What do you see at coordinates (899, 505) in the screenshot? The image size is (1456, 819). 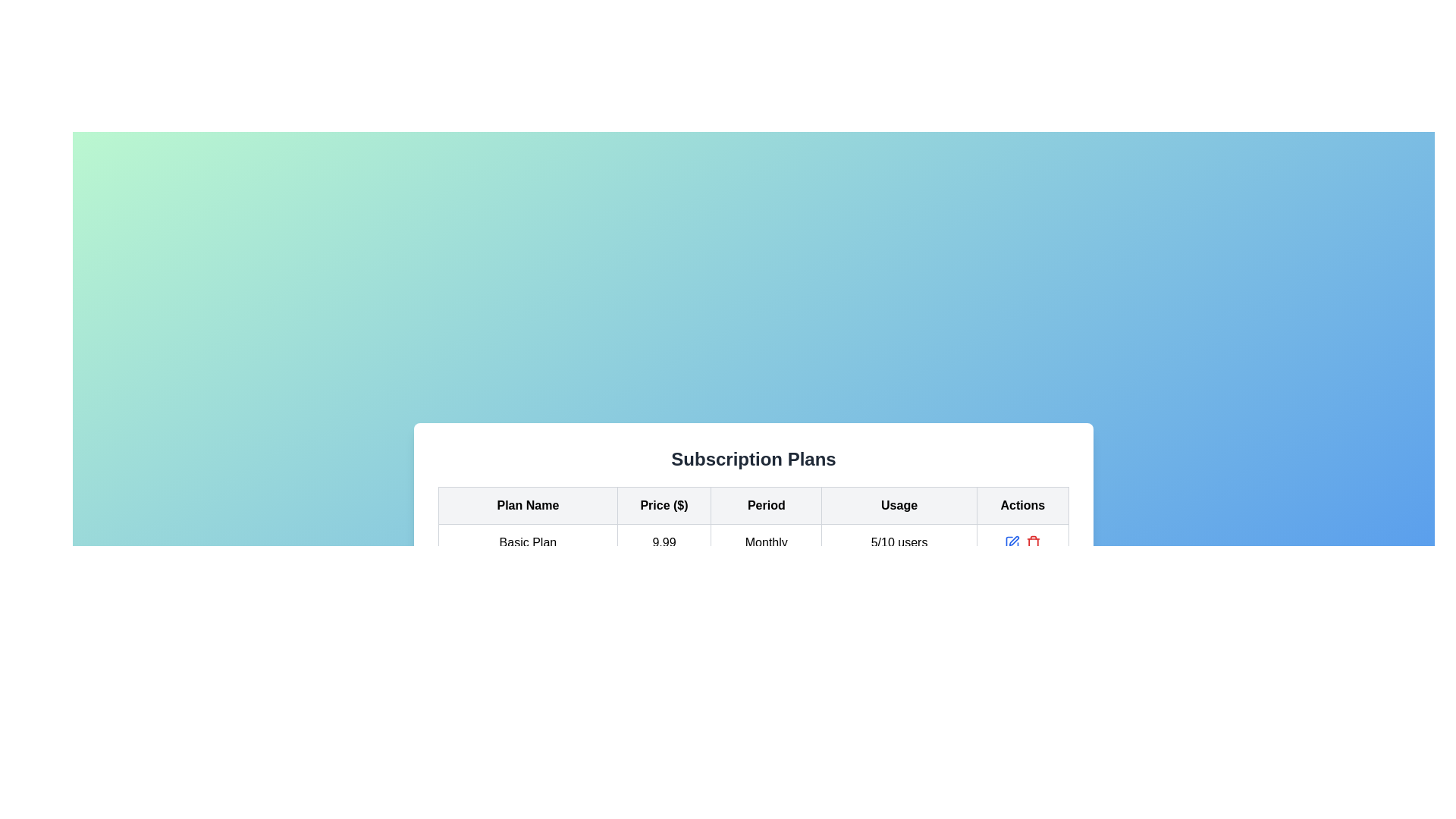 I see `the 'Usage' table header, which is the fourth column header in a five-column table, located near the top center of the table structure` at bounding box center [899, 505].